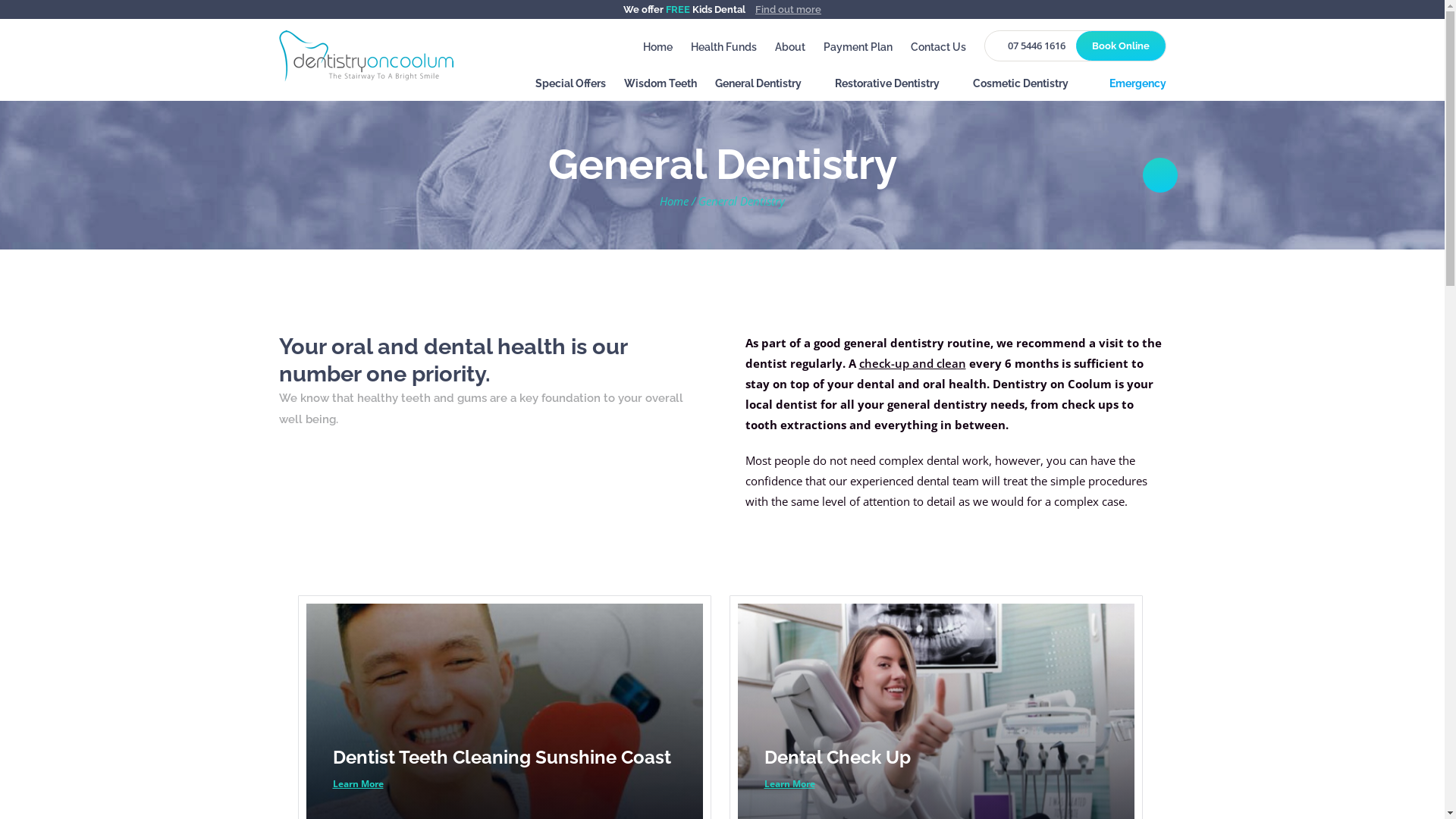  Describe the element at coordinates (1074, 45) in the screenshot. I see `'Book Online'` at that location.